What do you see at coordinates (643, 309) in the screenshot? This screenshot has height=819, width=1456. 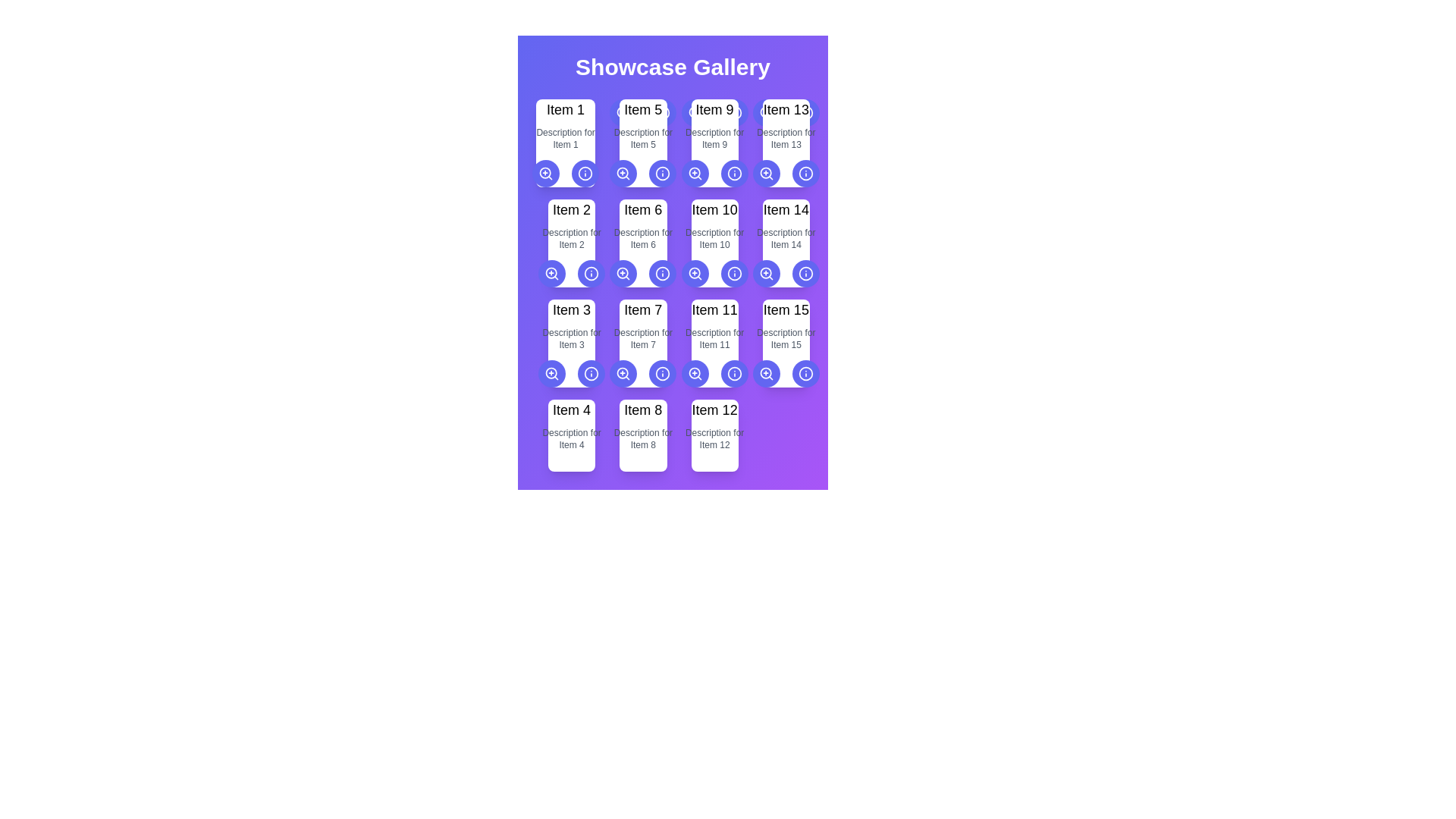 I see `text label that displays 'Item 7' located atop a white rectangular card in the second row, fourth column of the grid layout` at bounding box center [643, 309].